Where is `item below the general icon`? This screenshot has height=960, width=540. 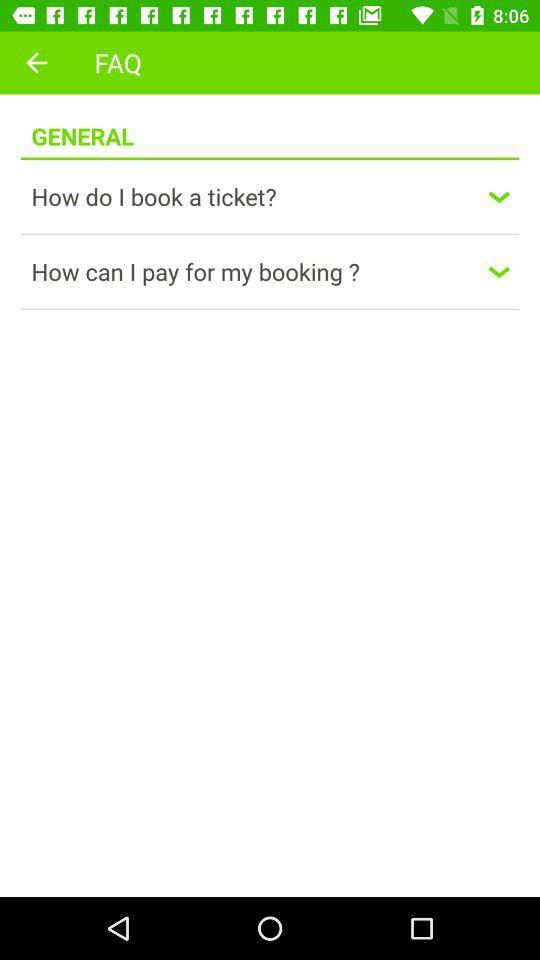
item below the general icon is located at coordinates (270, 157).